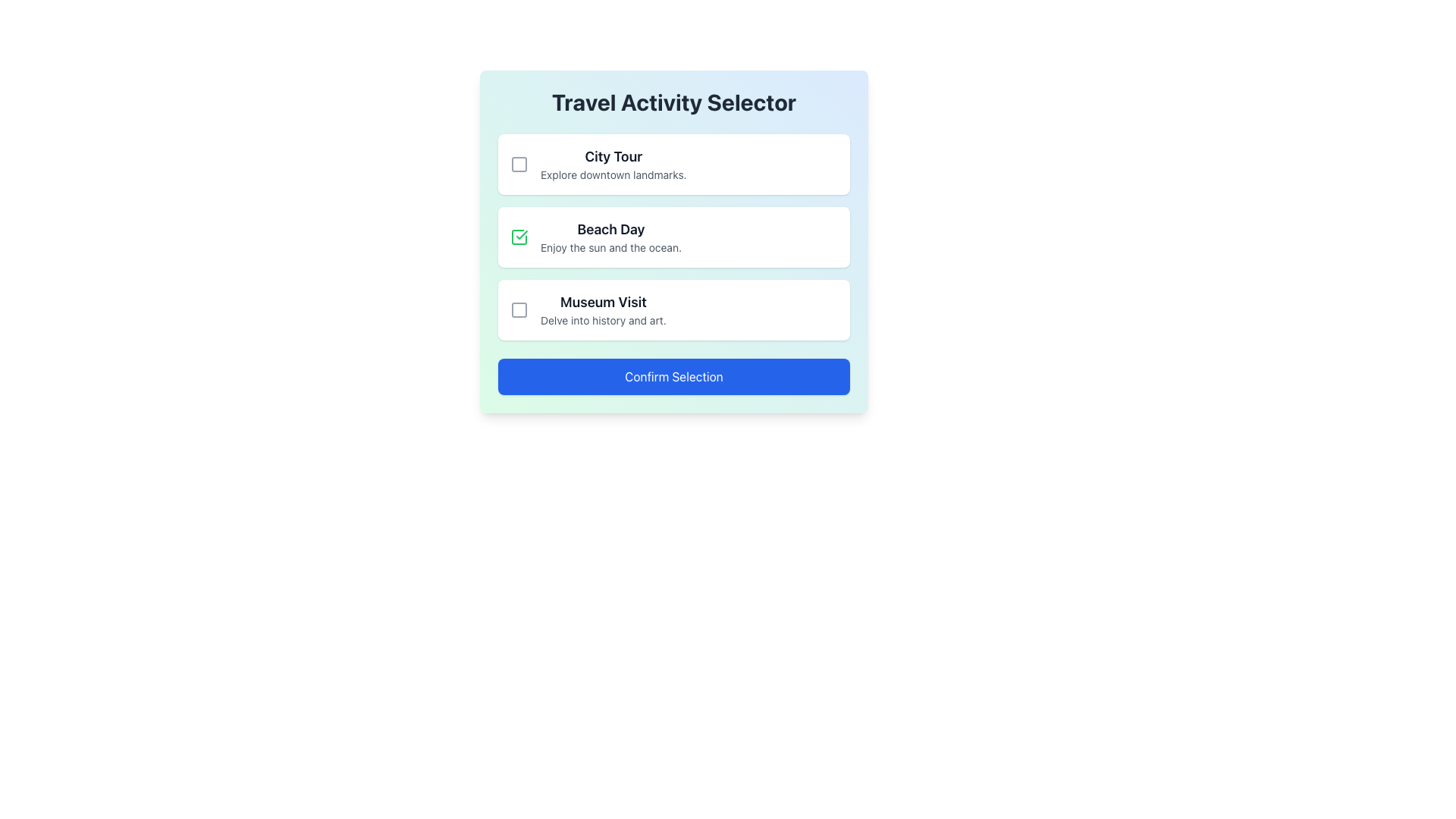 This screenshot has height=819, width=1456. What do you see at coordinates (519, 237) in the screenshot?
I see `the checkbox for the 'Beach Day' activity option` at bounding box center [519, 237].